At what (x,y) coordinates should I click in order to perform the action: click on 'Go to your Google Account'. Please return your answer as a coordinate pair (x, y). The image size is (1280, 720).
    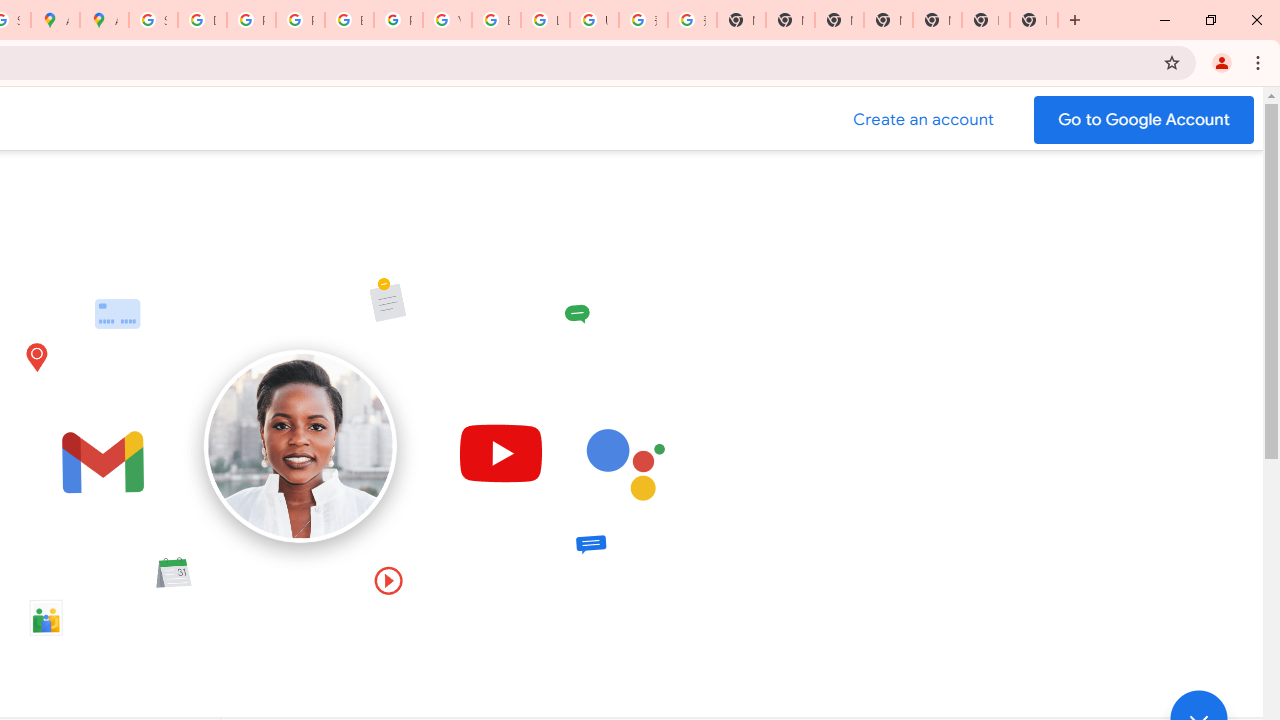
    Looking at the image, I should click on (1144, 119).